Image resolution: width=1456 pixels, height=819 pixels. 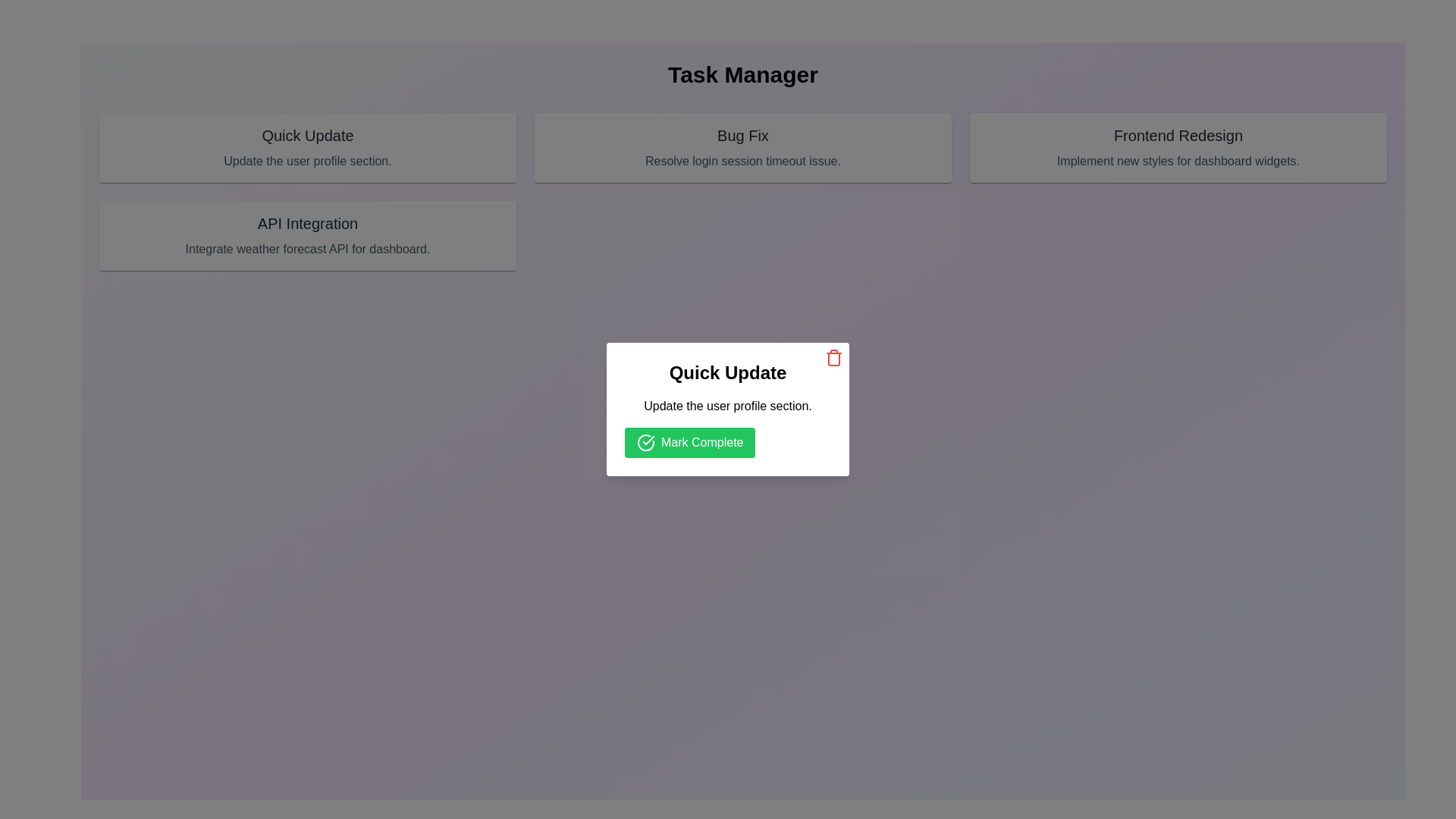 What do you see at coordinates (833, 357) in the screenshot?
I see `the delete icon button located in the top-right corner of the 'Quick Update' card` at bounding box center [833, 357].